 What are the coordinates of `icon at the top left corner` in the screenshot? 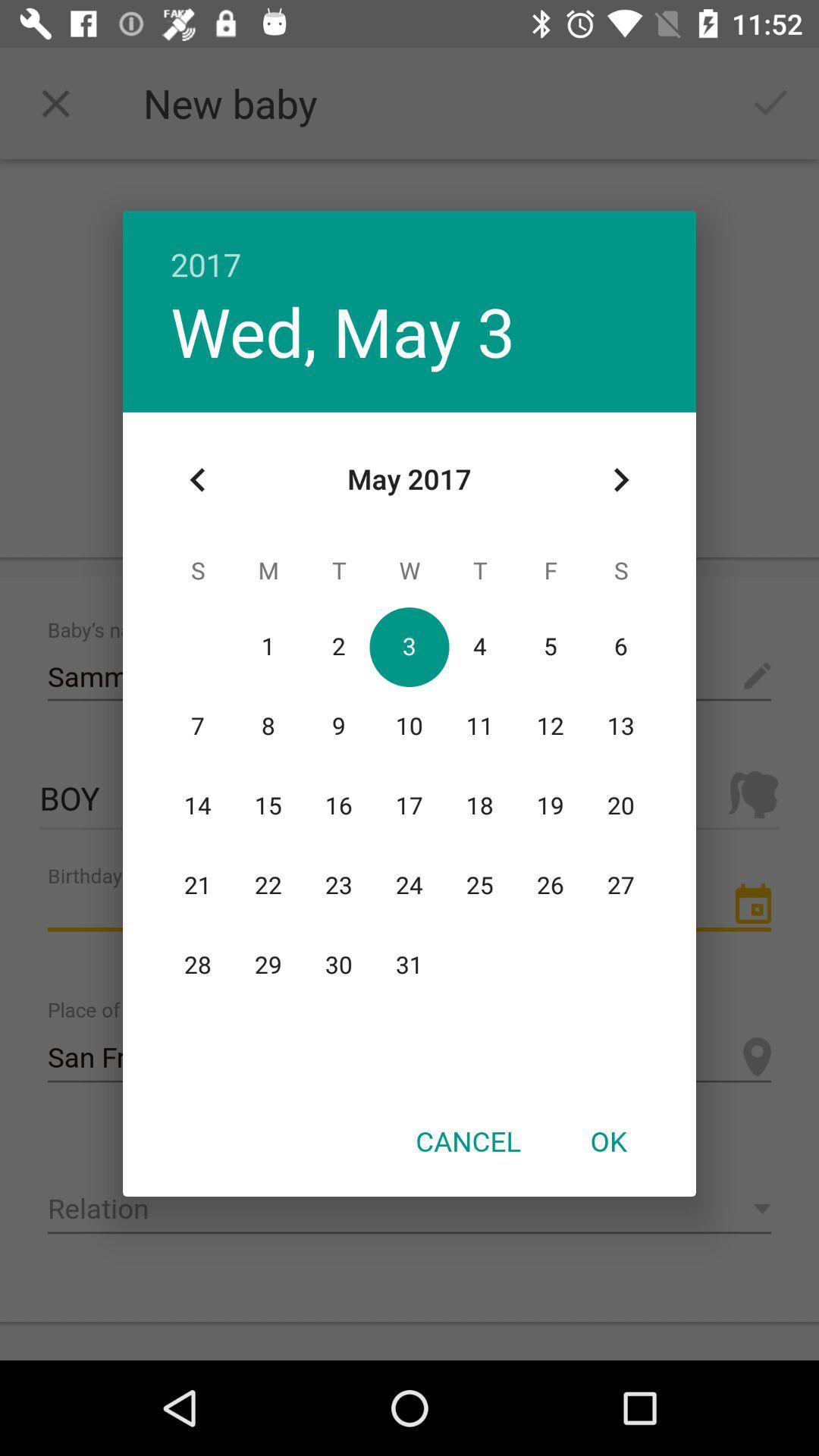 It's located at (197, 479).